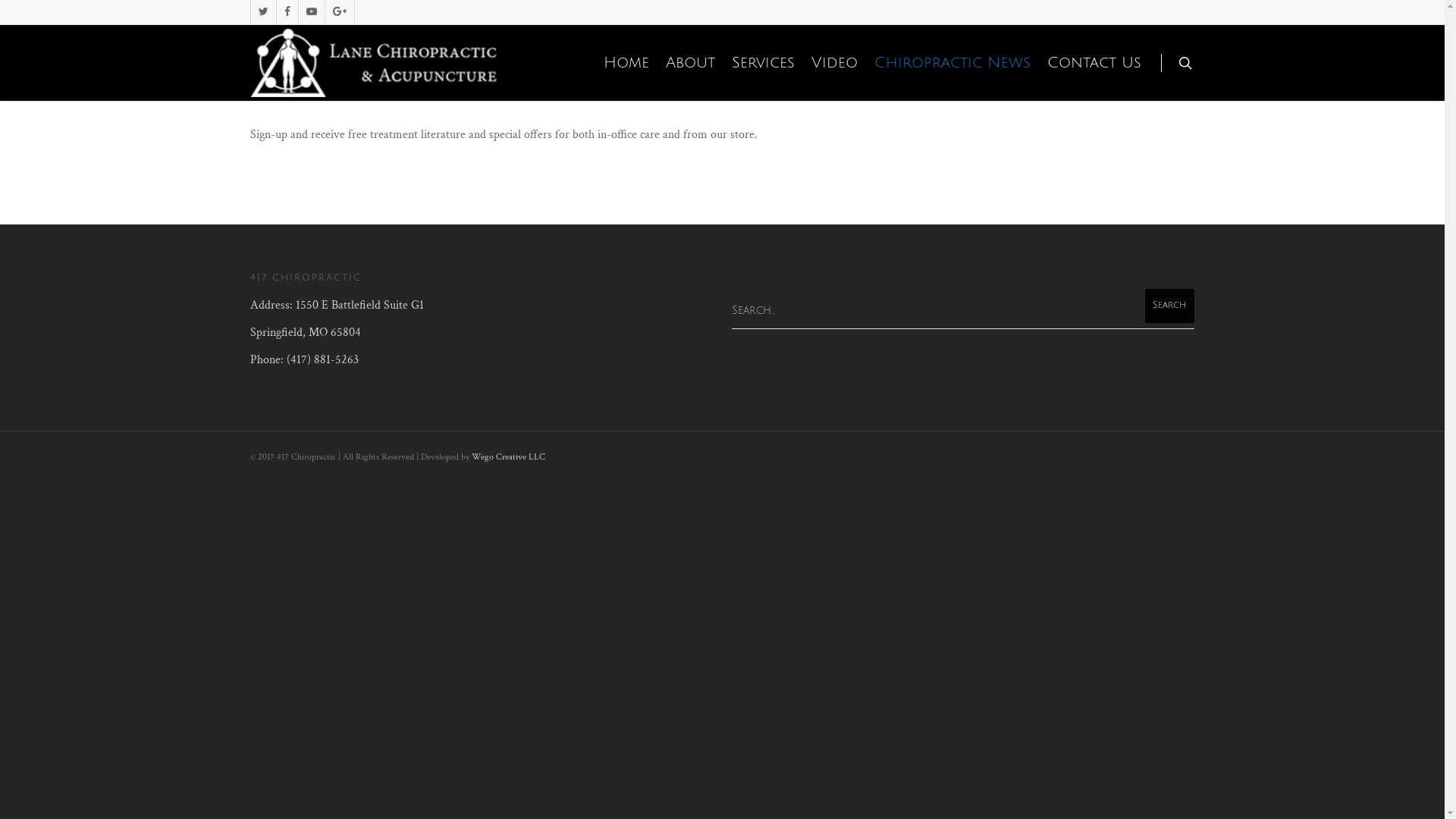 This screenshot has height=819, width=1456. What do you see at coordinates (1145, 306) in the screenshot?
I see `'Search'` at bounding box center [1145, 306].